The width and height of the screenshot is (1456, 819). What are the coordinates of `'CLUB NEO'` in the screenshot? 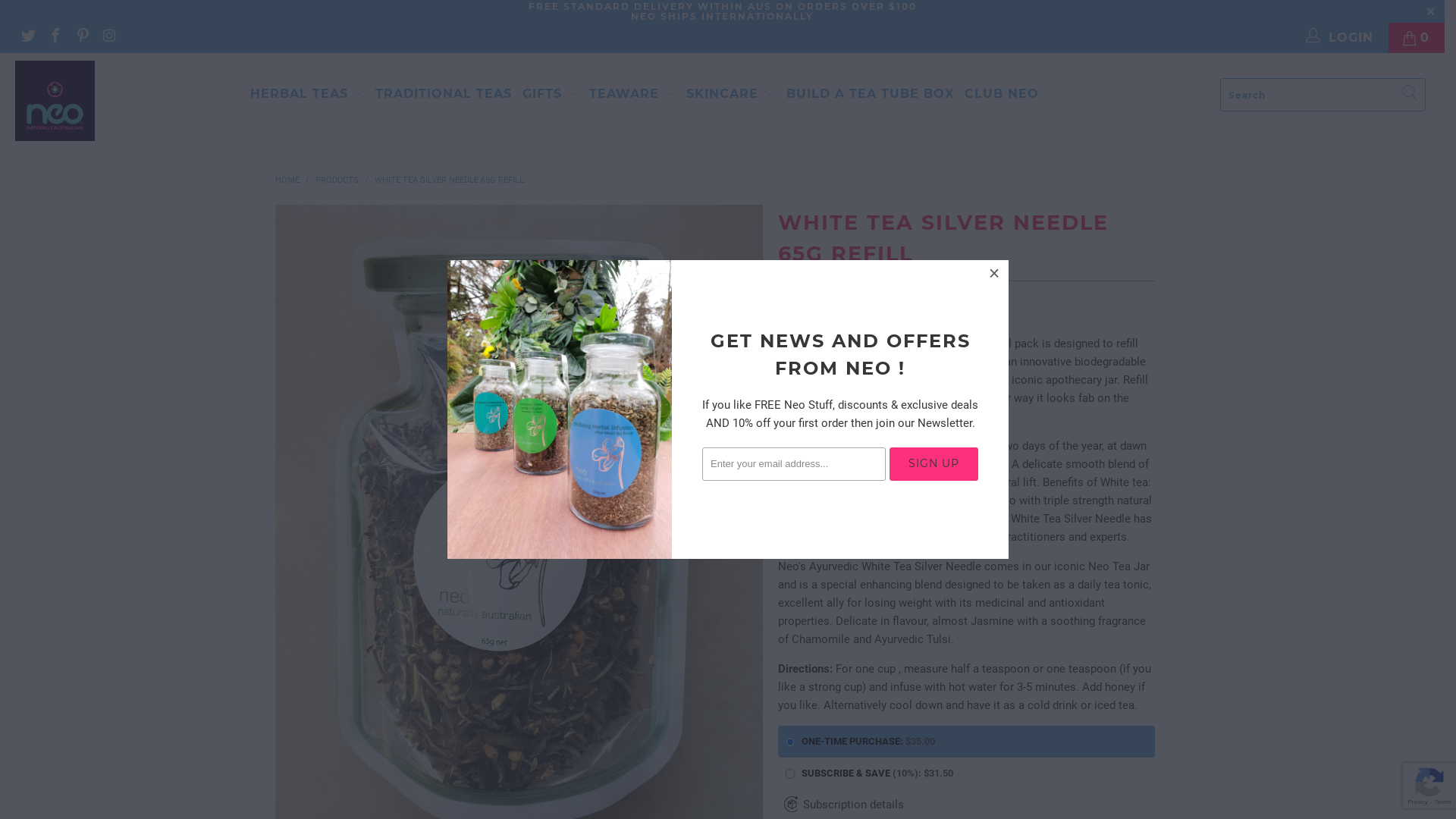 It's located at (1001, 94).